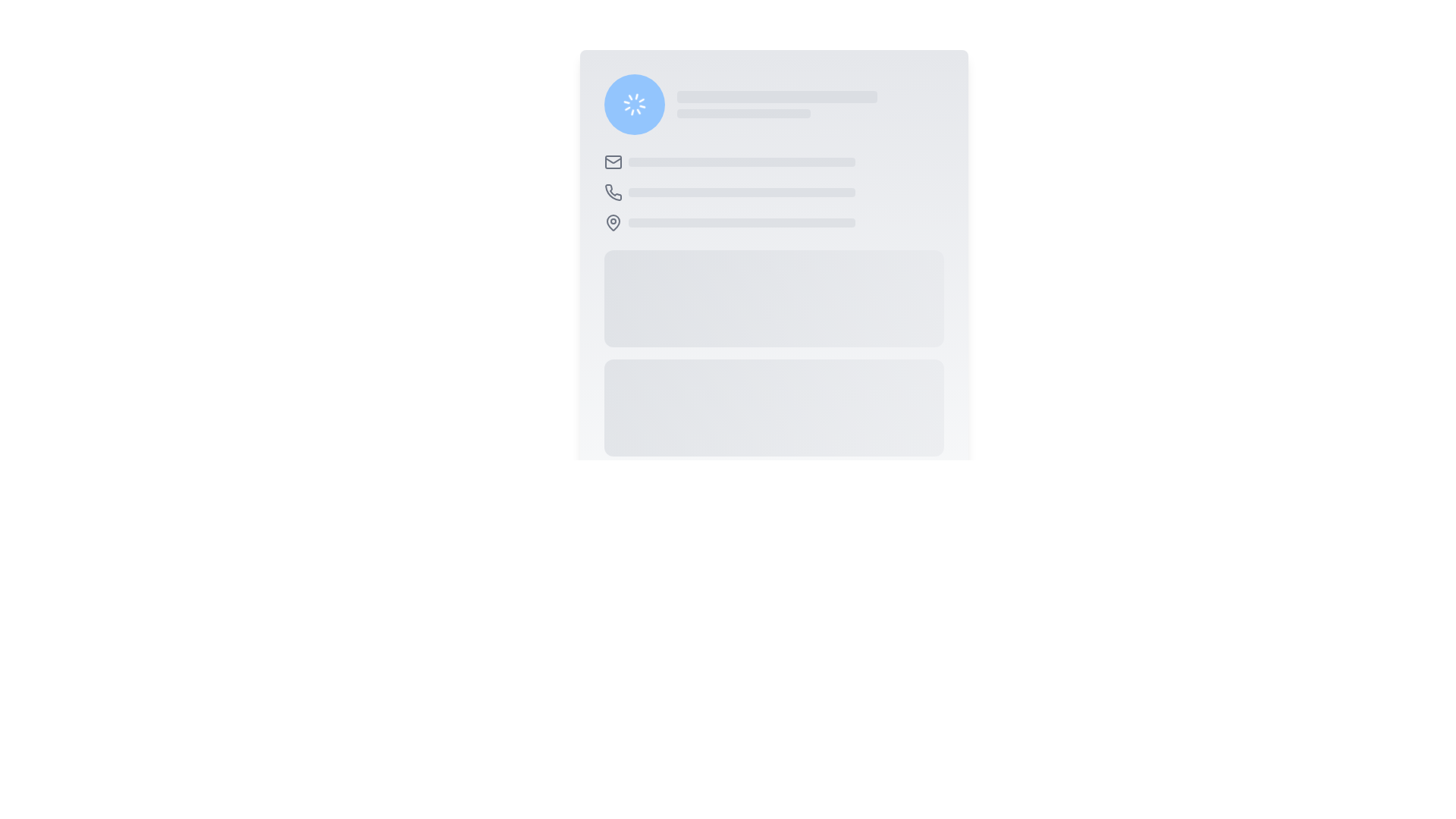  I want to click on the second placeholder block, which has a smooth rectangular shape with rounded corners and a gradient background from light gray to medium gray, so click(773, 406).